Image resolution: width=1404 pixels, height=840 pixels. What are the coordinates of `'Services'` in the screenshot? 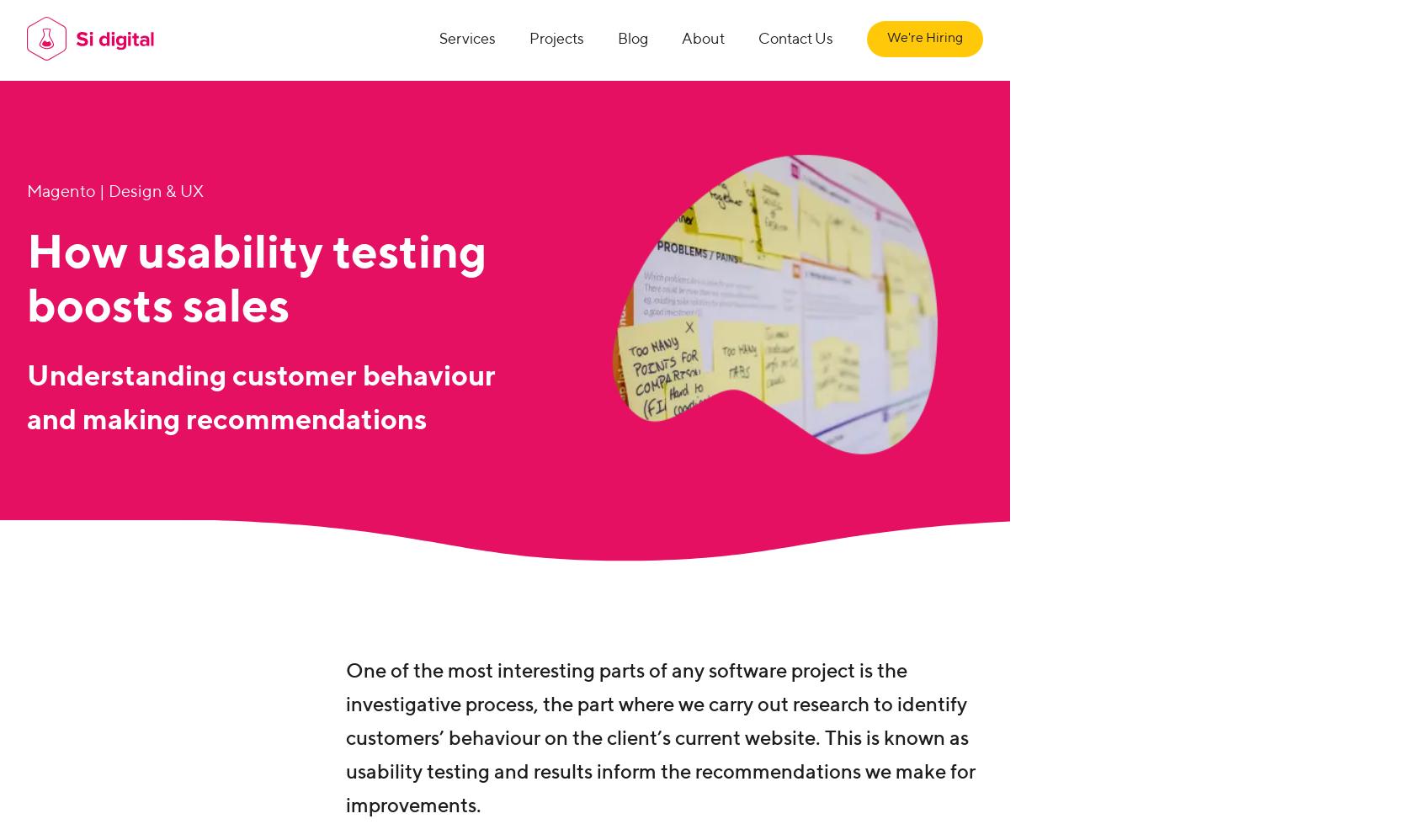 It's located at (466, 40).